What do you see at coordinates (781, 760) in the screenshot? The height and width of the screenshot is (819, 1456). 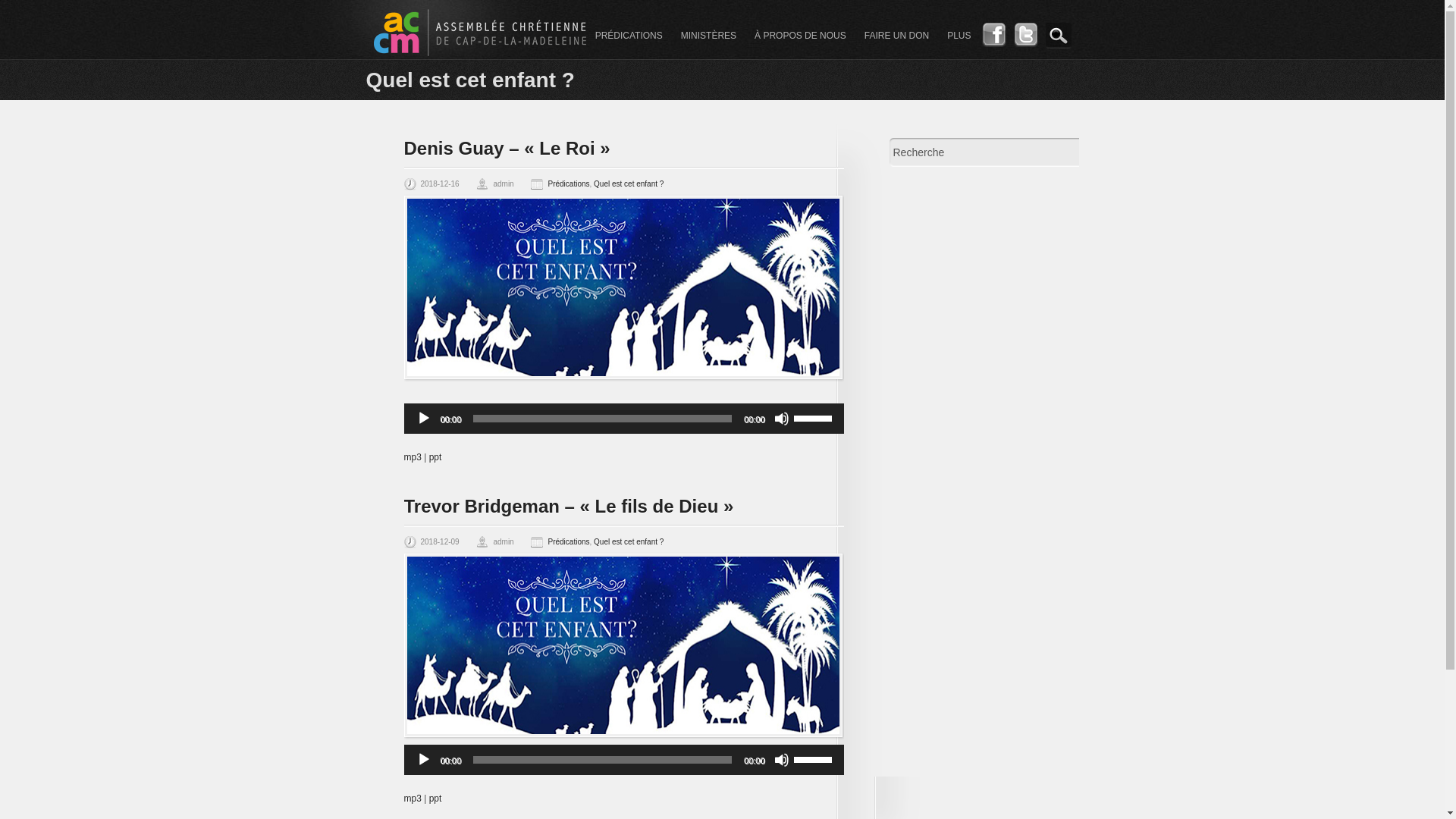 I see `'Muet'` at bounding box center [781, 760].